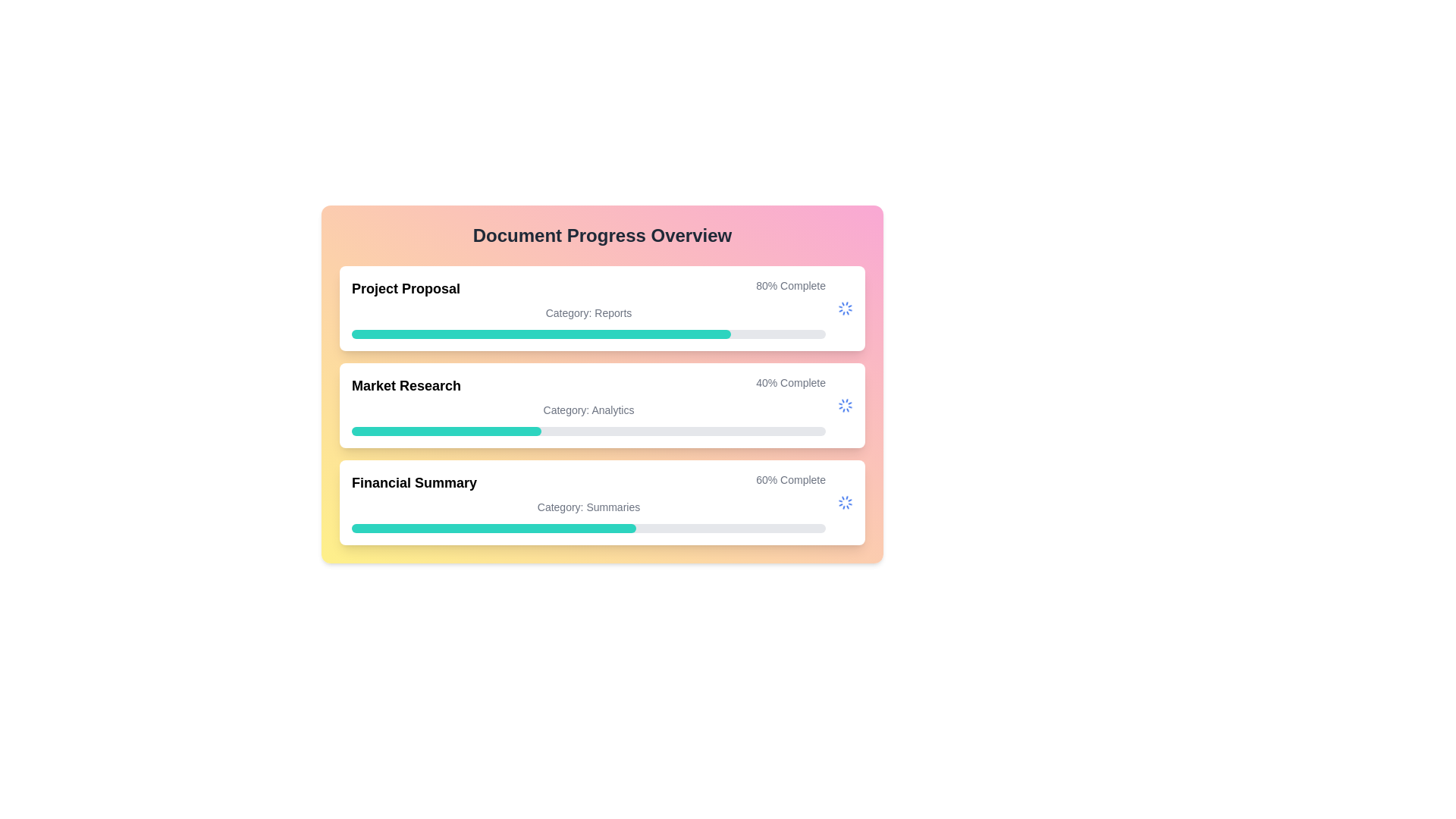 The height and width of the screenshot is (819, 1456). I want to click on progress percentage and category from the Summary Card titled 'Financial Summary' which has a white background and is the third card in the vertical stack, so click(601, 503).